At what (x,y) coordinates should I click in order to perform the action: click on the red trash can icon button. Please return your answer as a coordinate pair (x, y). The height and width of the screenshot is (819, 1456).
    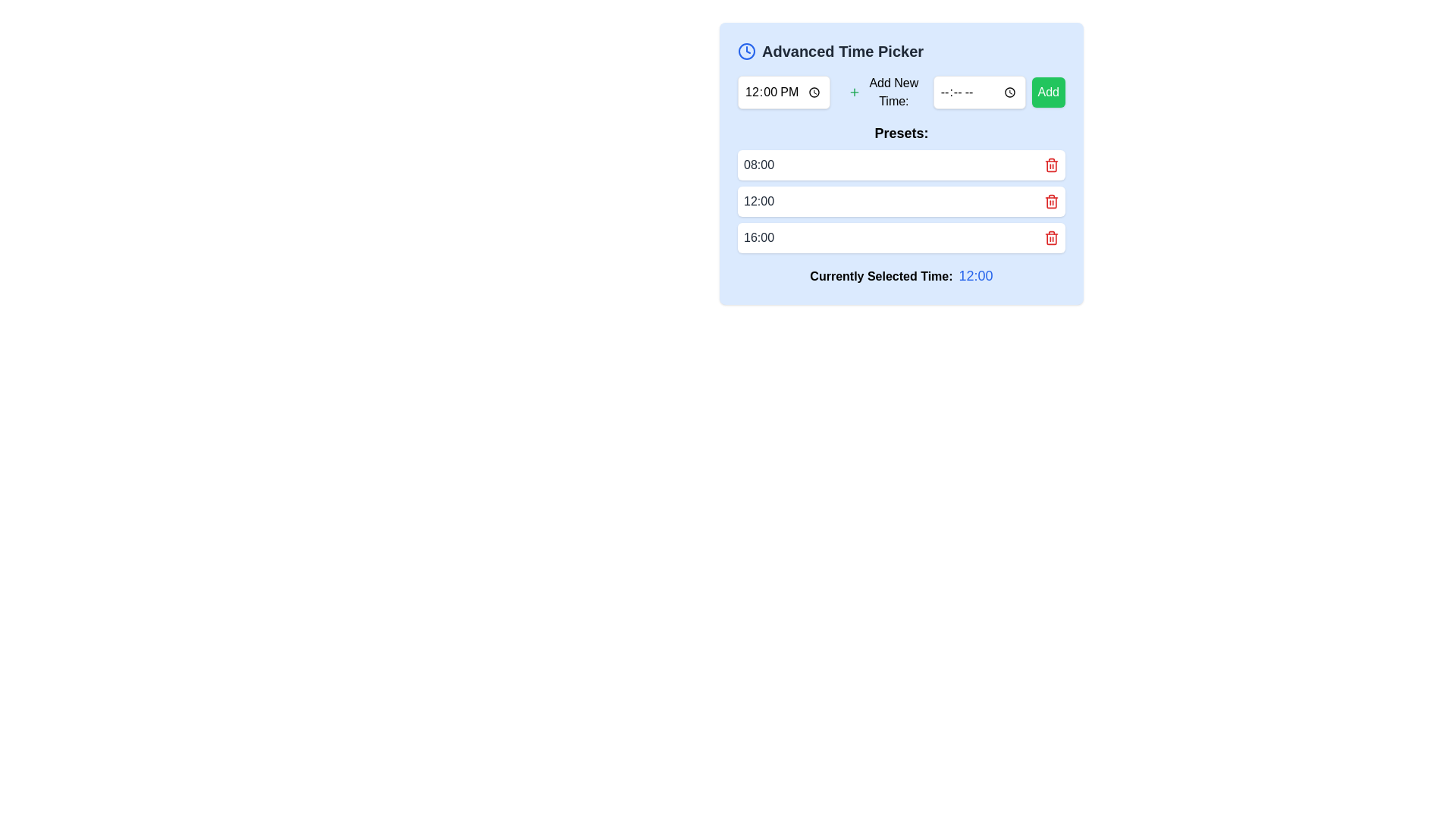
    Looking at the image, I should click on (1051, 201).